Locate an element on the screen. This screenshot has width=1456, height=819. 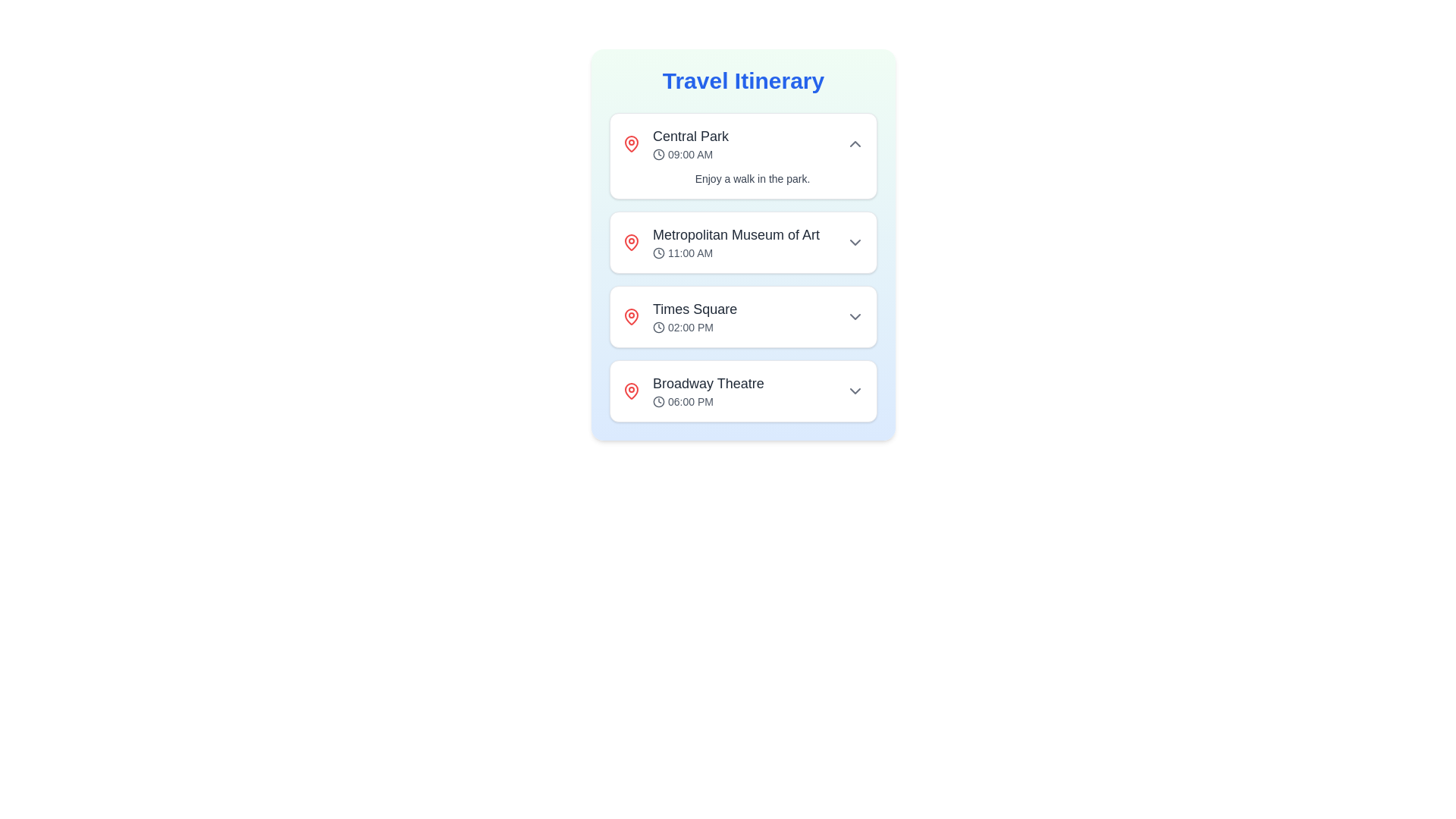
the itinerary entry displaying 'Central Park' with the time '09:00 AM' and a clock icon, located at the top of the list beneath 'Travel Itinerary' is located at coordinates (690, 143).